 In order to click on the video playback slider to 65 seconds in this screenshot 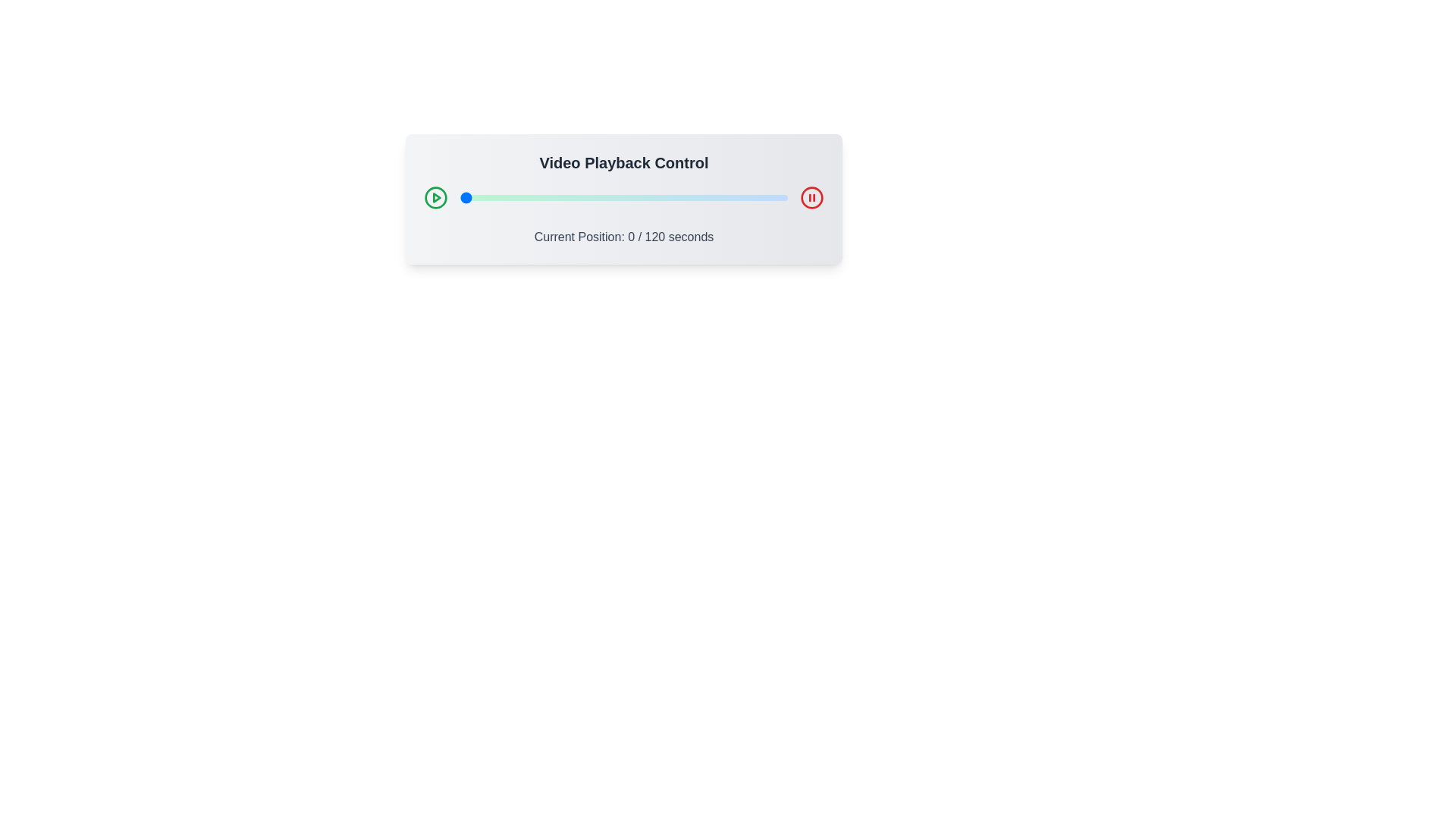, I will do `click(637, 197)`.